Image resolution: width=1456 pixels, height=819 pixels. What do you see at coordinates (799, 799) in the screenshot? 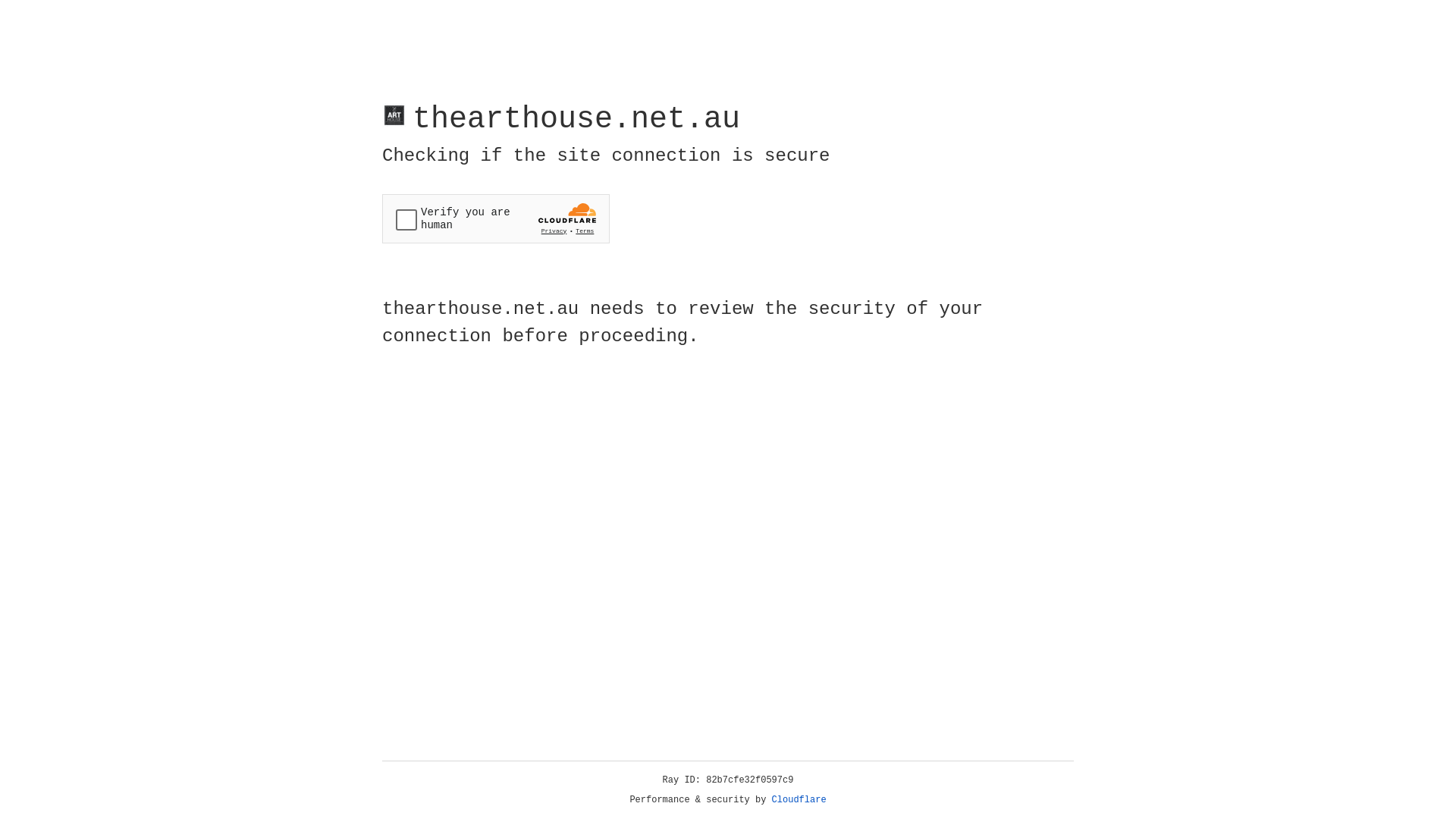
I see `'Cloudflare'` at bounding box center [799, 799].